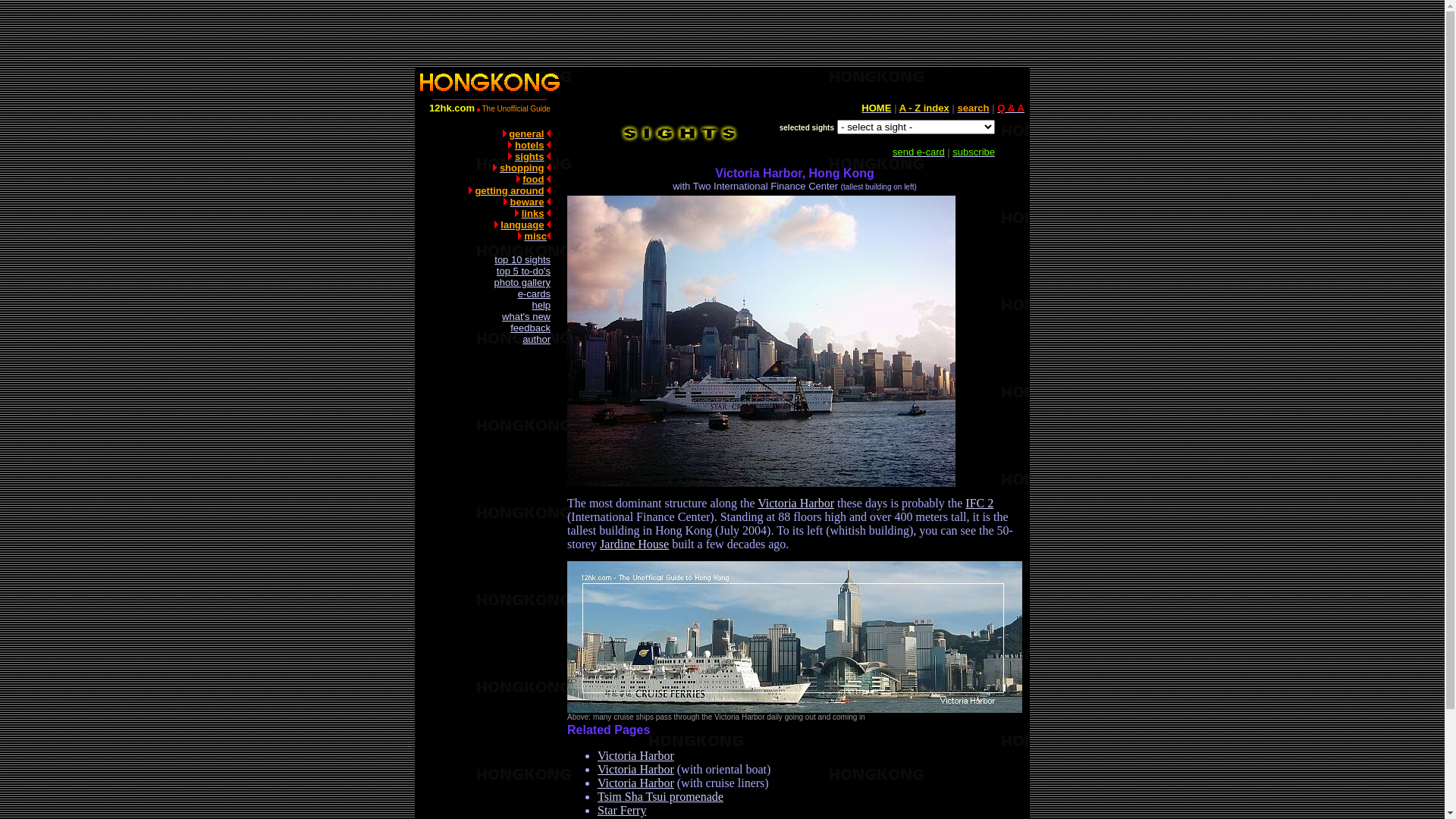 This screenshot has width=1456, height=819. I want to click on 'getting around', so click(473, 190).